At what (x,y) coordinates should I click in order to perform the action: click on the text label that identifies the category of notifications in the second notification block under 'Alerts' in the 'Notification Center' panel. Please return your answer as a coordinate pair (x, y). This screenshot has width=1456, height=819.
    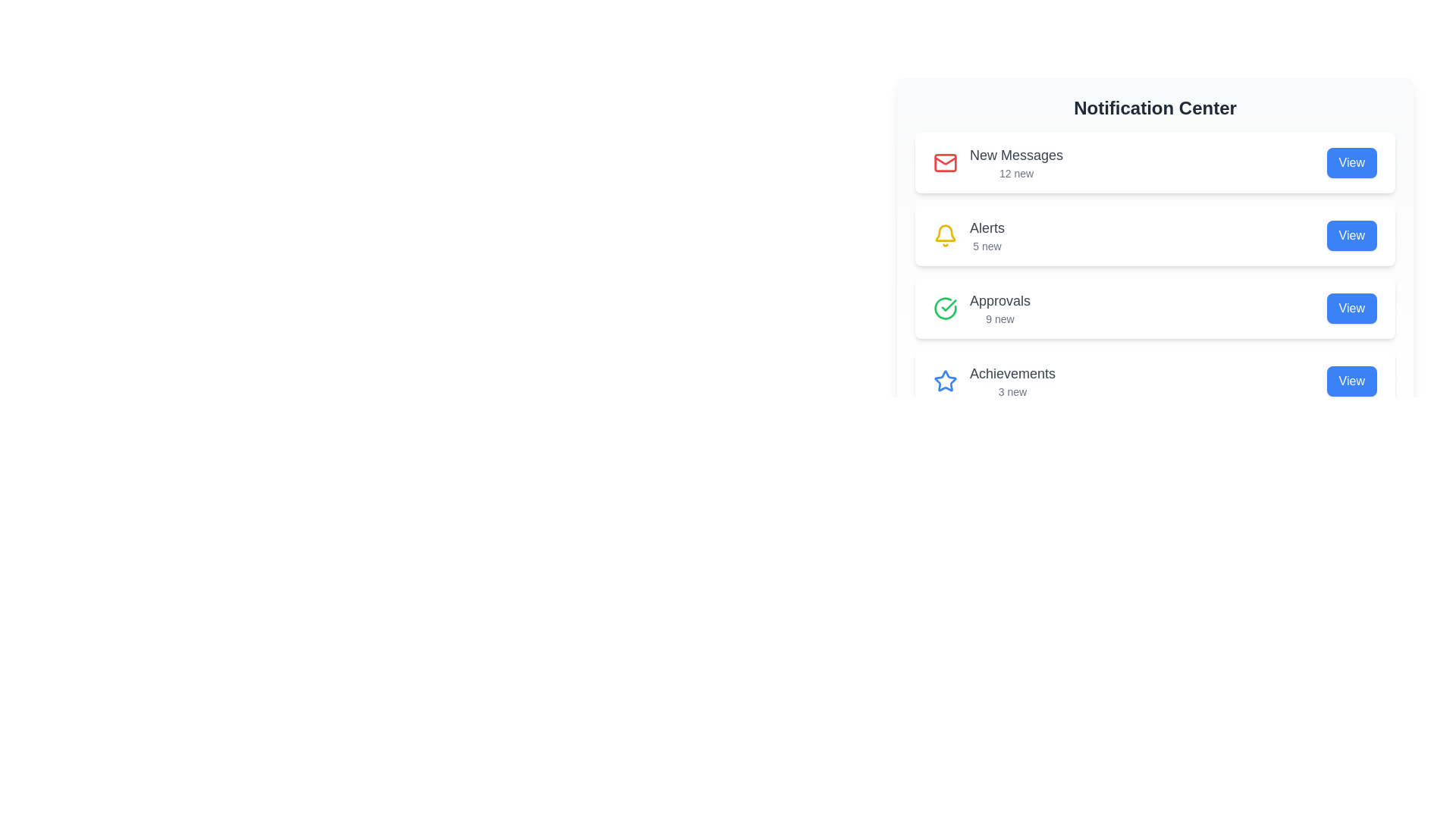
    Looking at the image, I should click on (987, 227).